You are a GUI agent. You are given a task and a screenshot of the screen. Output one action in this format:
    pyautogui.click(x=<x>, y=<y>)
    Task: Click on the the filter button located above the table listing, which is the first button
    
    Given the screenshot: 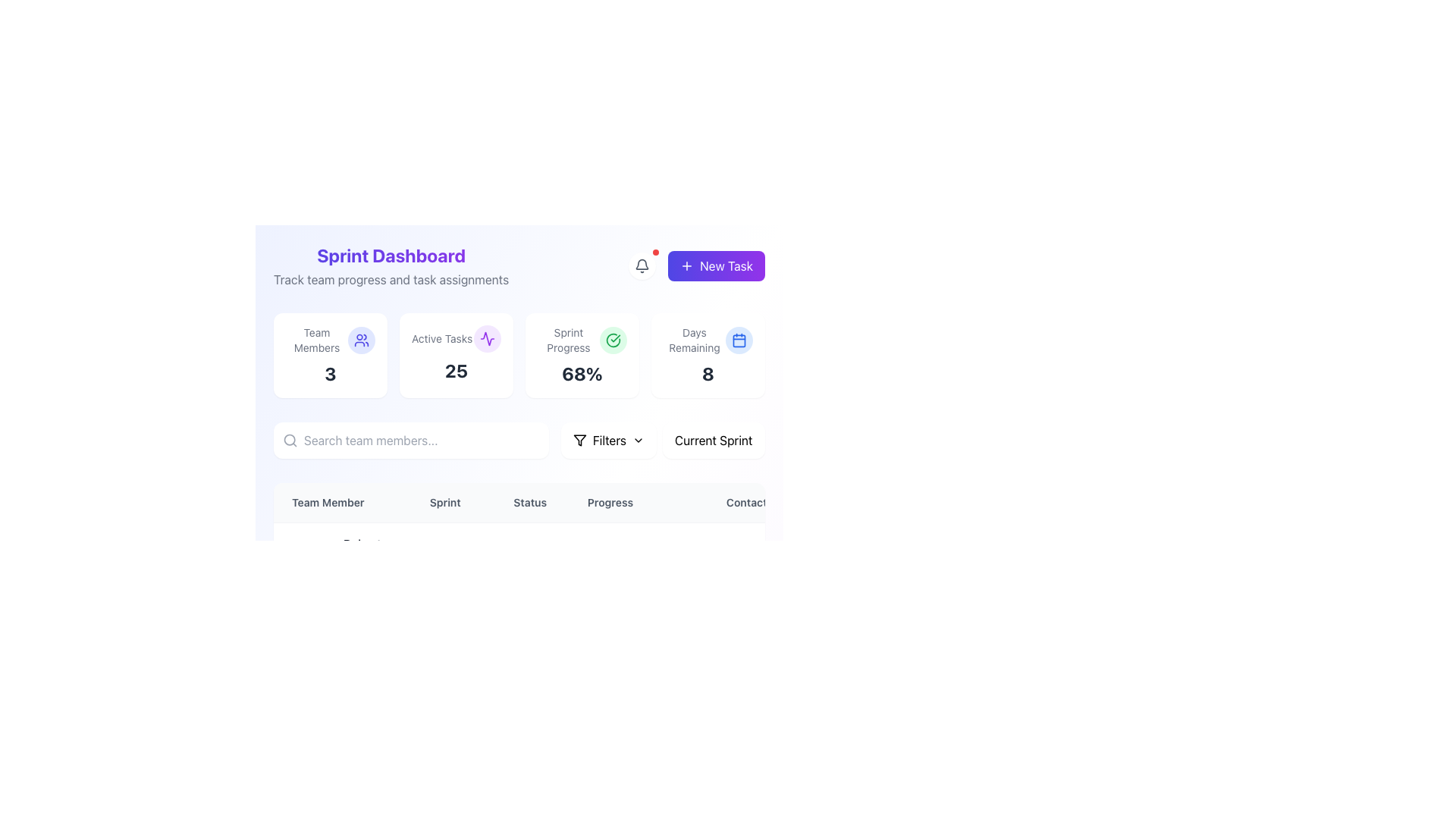 What is the action you would take?
    pyautogui.click(x=608, y=441)
    